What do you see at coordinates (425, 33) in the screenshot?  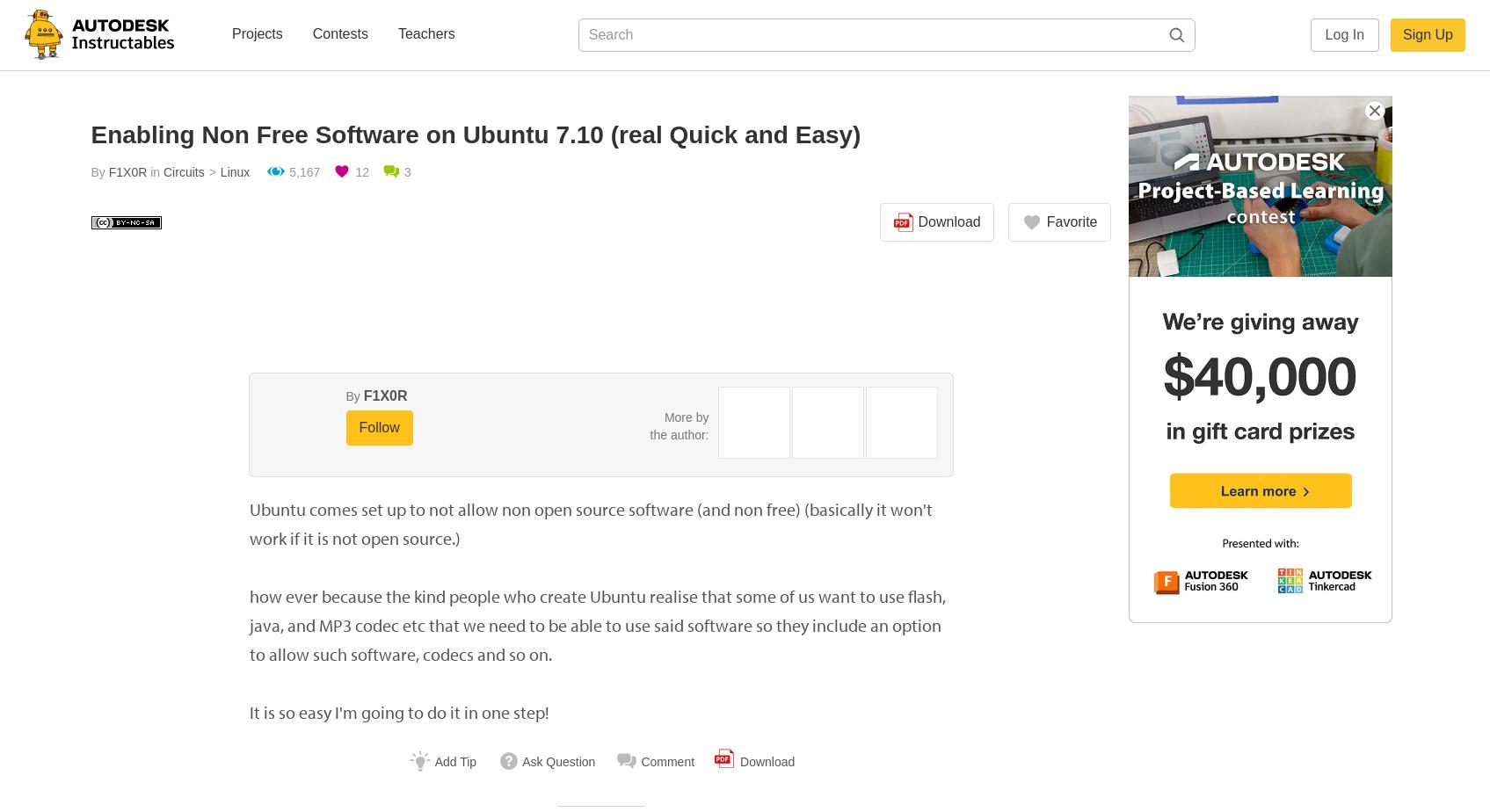 I see `'Teachers'` at bounding box center [425, 33].